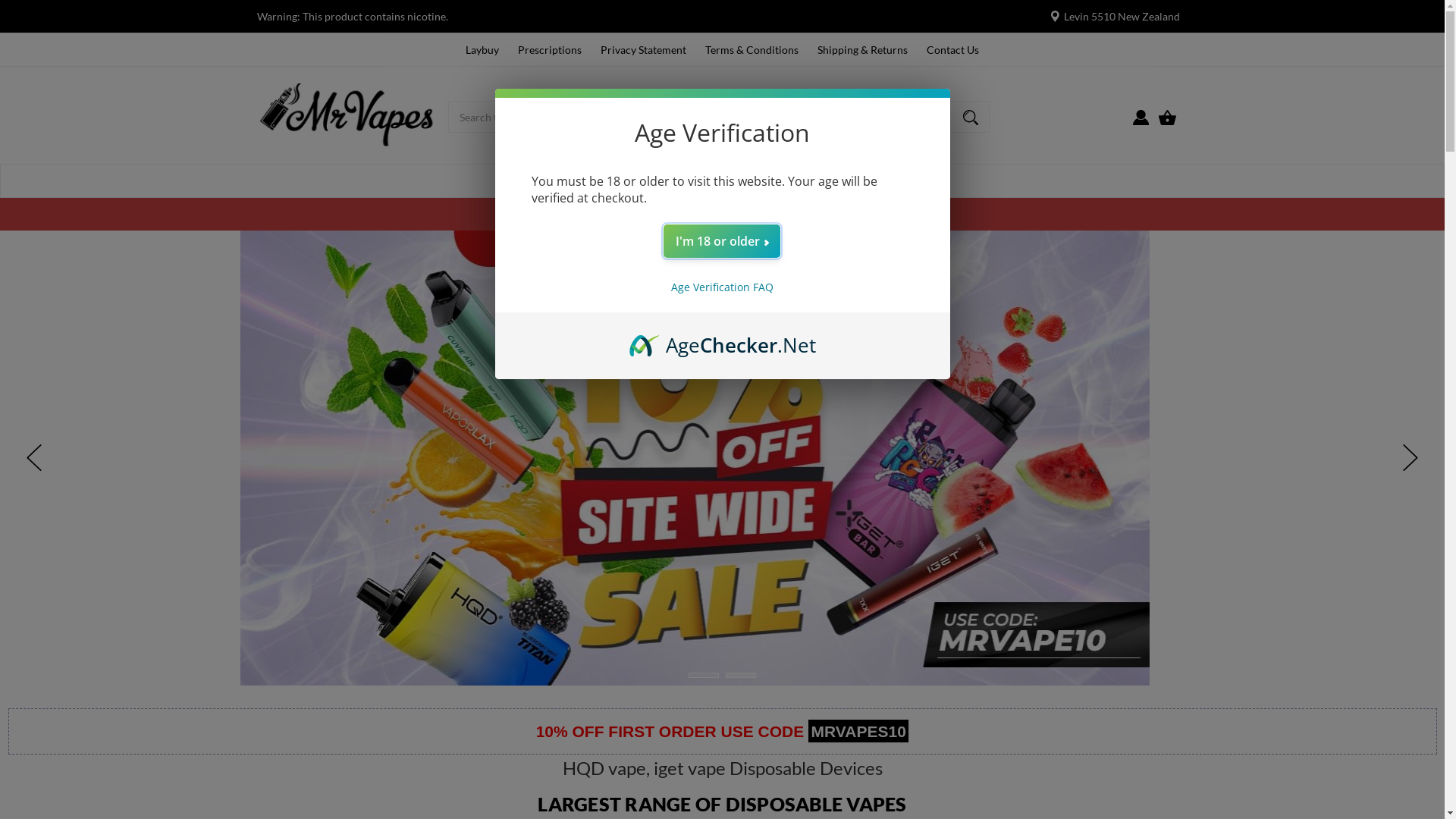 The image size is (1456, 819). I want to click on 'Mrvapes', so click(347, 114).